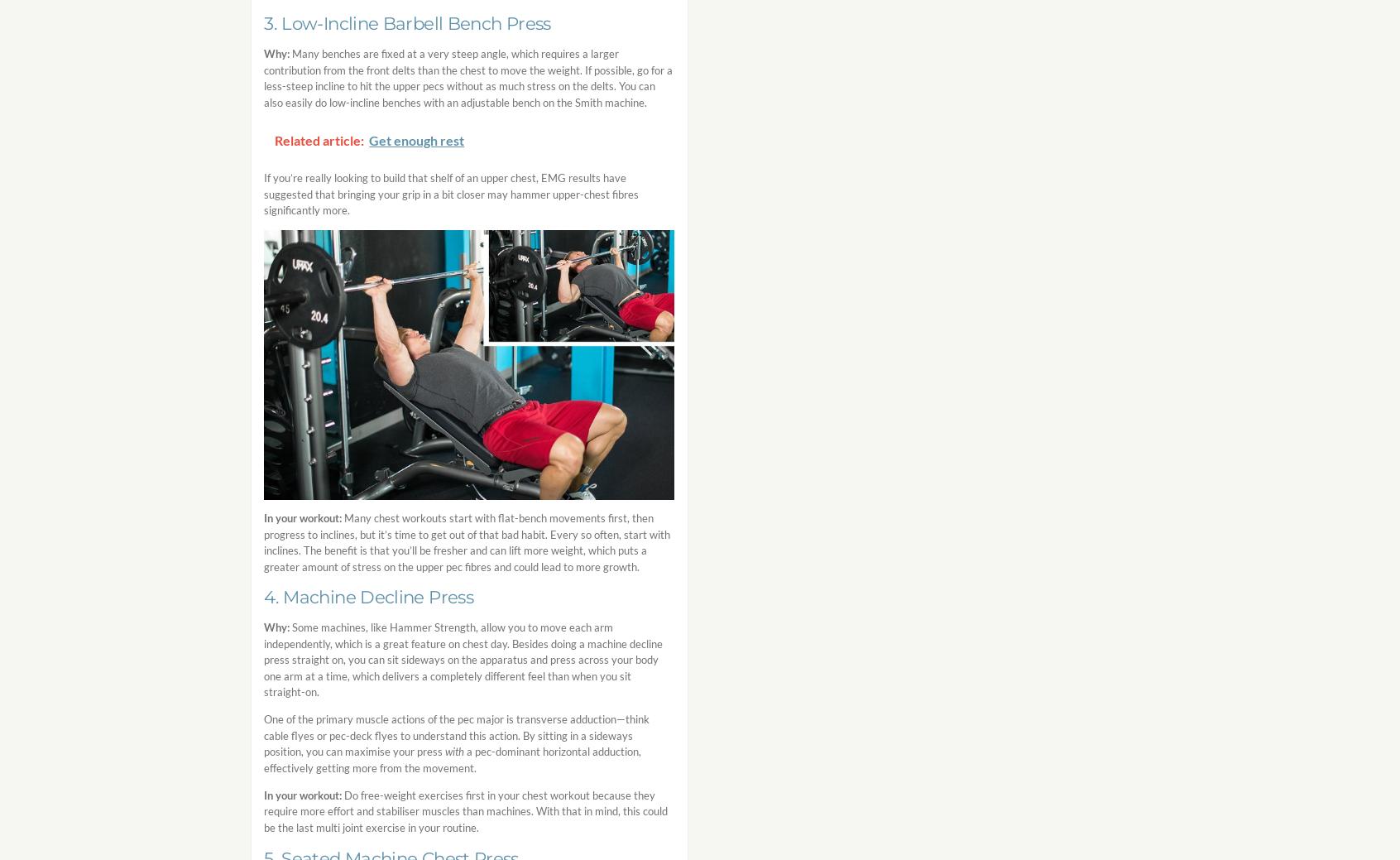  What do you see at coordinates (445, 751) in the screenshot?
I see `'with'` at bounding box center [445, 751].